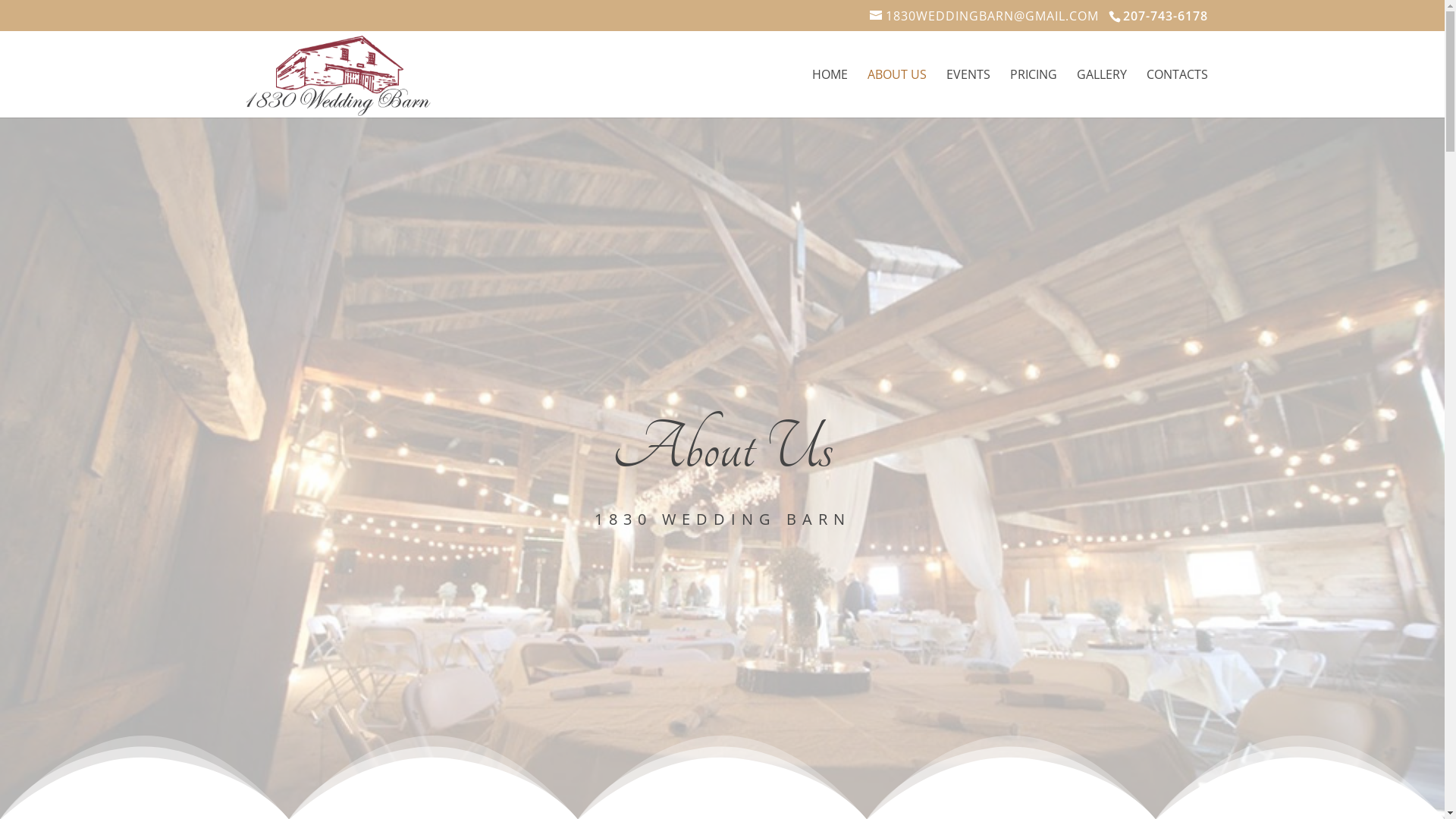 This screenshot has height=819, width=1456. I want to click on 'PRICING', so click(1009, 93).